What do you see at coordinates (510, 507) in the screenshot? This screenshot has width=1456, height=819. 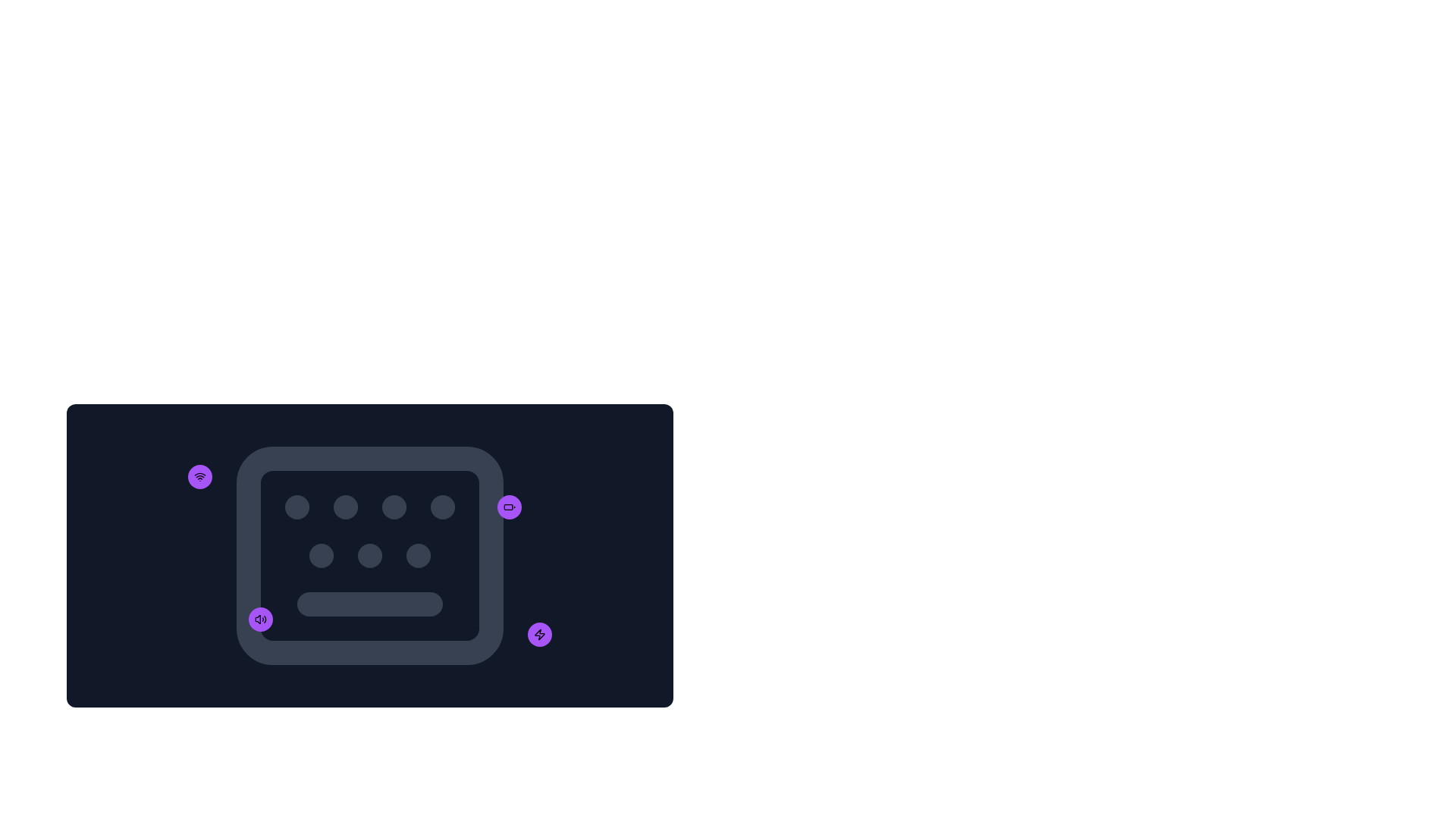 I see `the battery icon located within the circular button at the bottom-right of the interface` at bounding box center [510, 507].